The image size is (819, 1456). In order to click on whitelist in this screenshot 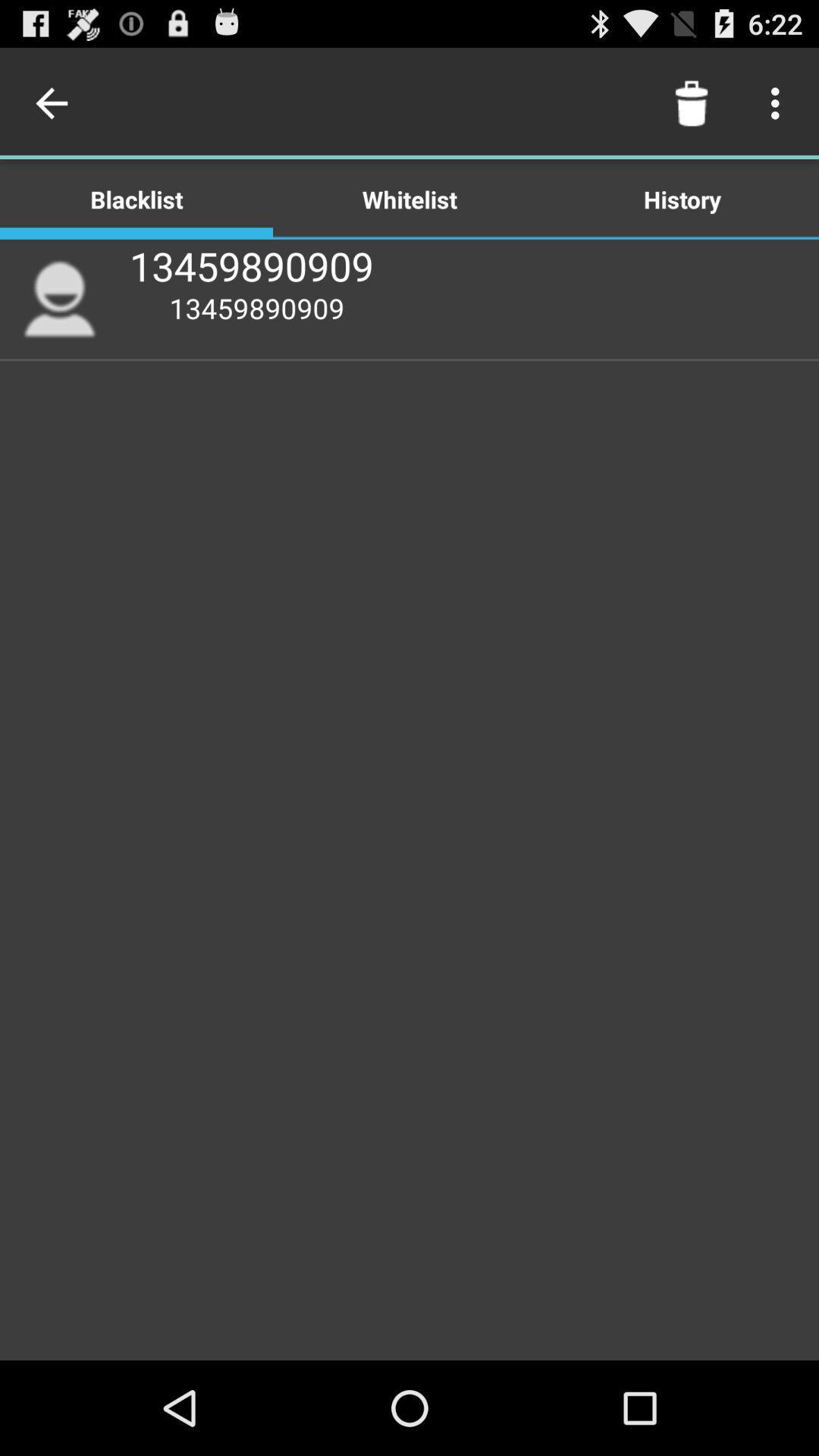, I will do `click(409, 198)`.